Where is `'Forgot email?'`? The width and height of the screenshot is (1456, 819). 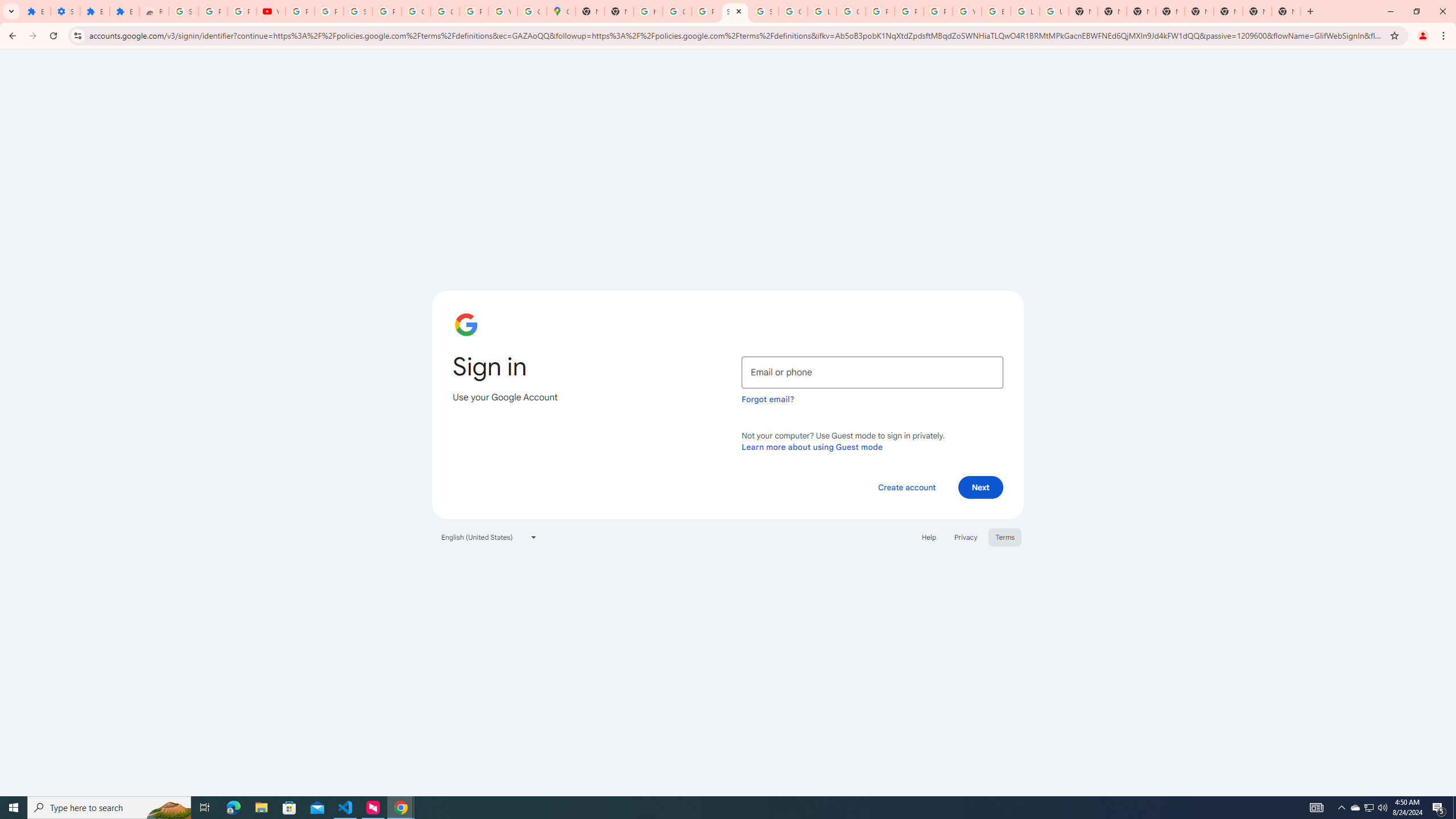 'Forgot email?' is located at coordinates (767, 399).